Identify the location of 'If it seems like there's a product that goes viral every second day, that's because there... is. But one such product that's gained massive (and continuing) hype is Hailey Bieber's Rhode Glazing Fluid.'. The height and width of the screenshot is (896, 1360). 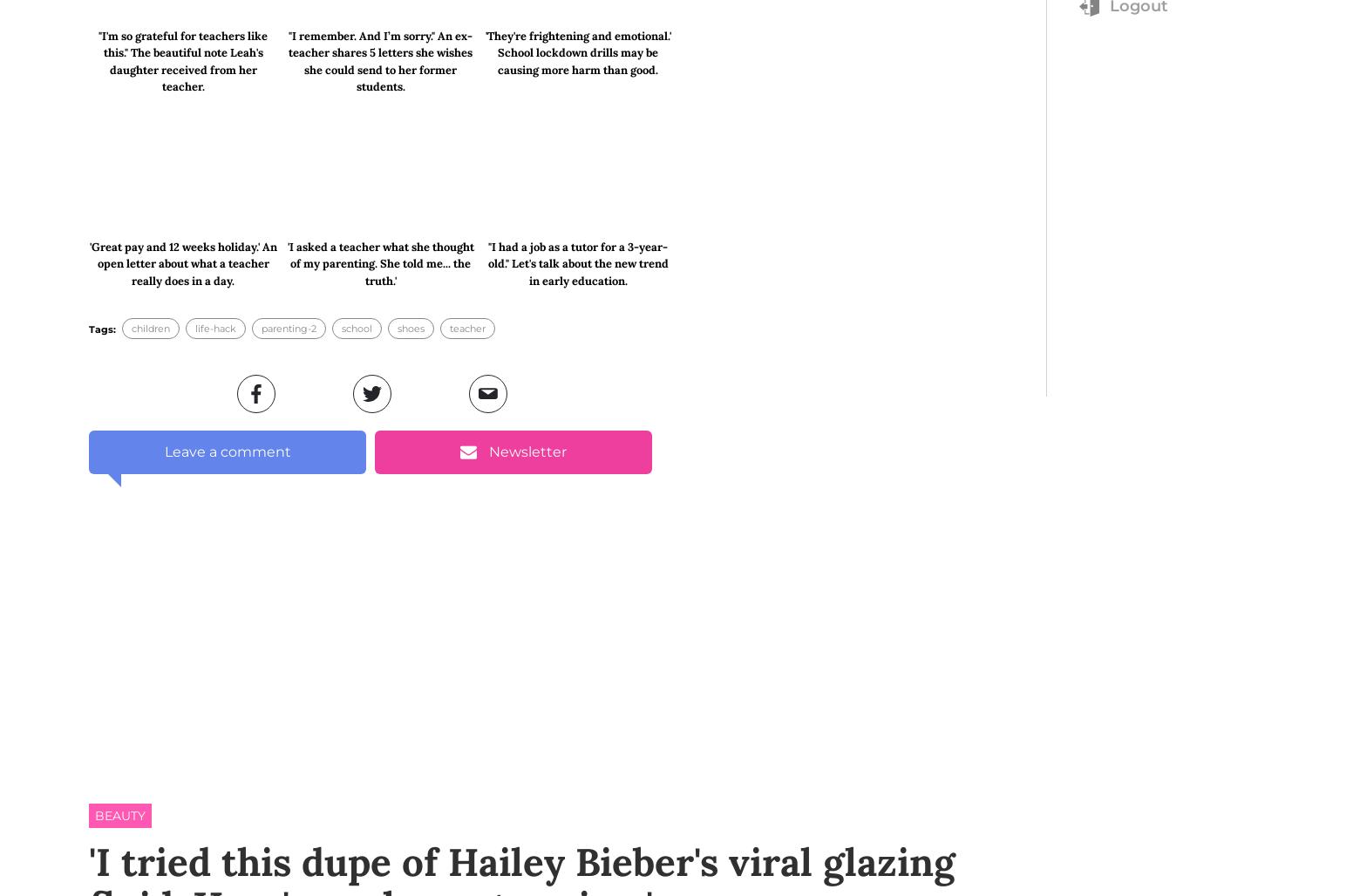
(359, 253).